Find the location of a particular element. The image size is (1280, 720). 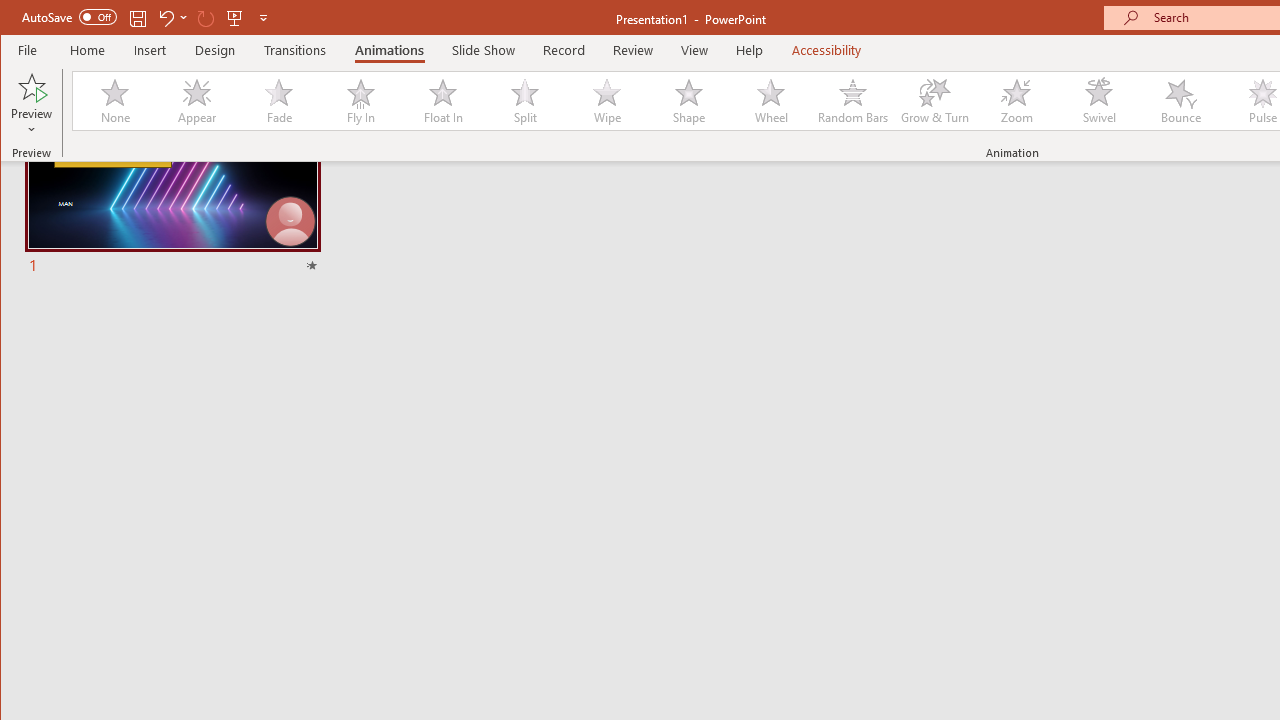

'Redo' is located at coordinates (206, 17).